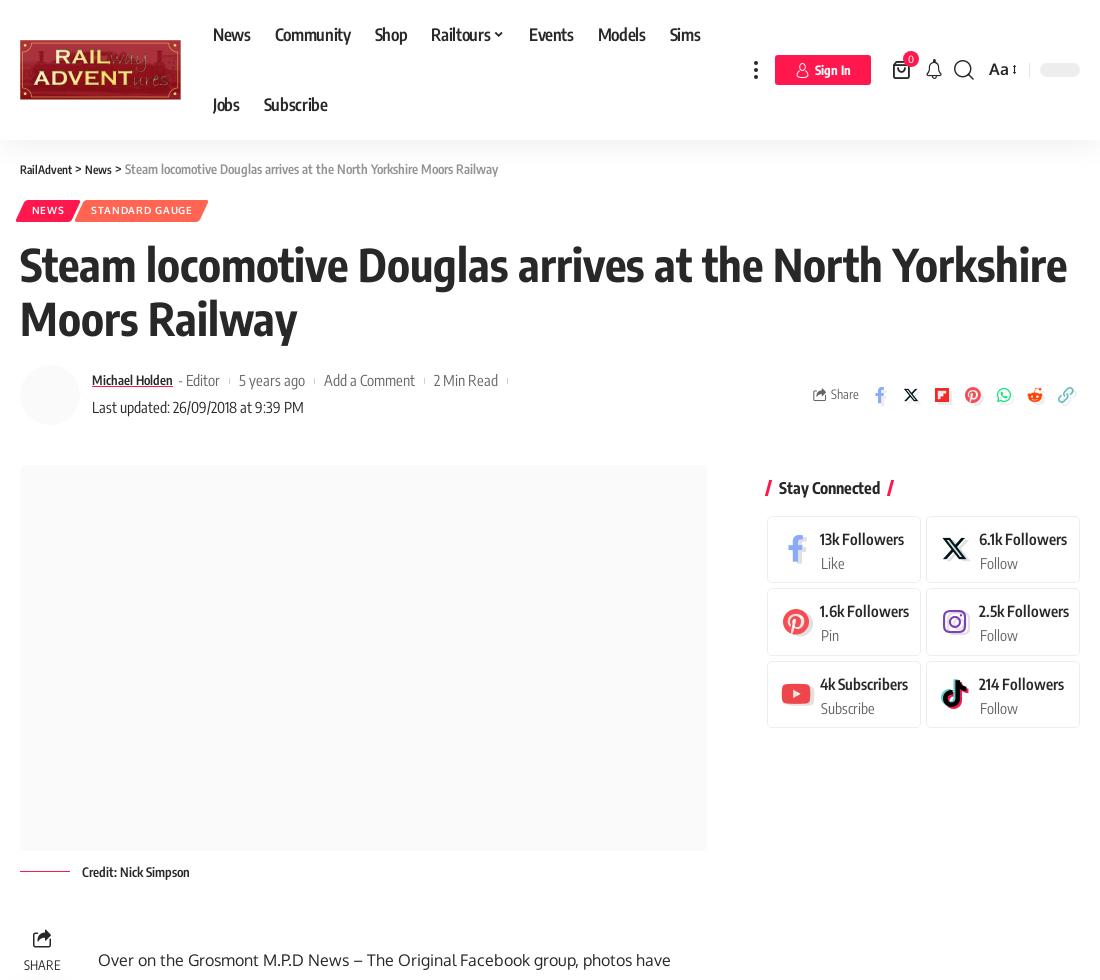  Describe the element at coordinates (390, 34) in the screenshot. I see `'Shop'` at that location.